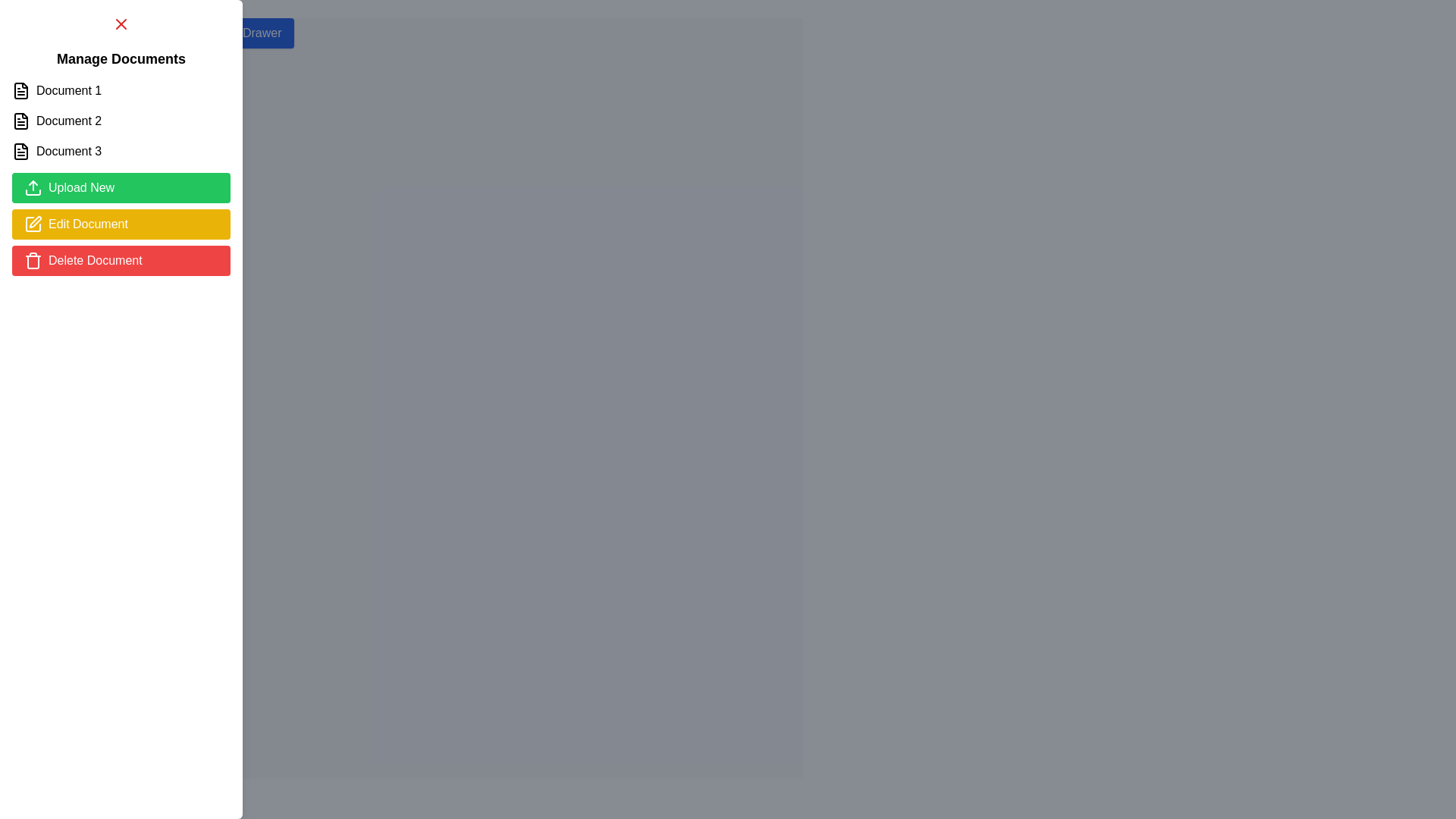 The width and height of the screenshot is (1456, 819). Describe the element at coordinates (120, 120) in the screenshot. I see `the list item labeled 'Document 2' in the sidebar 'Manage Documents'` at that location.